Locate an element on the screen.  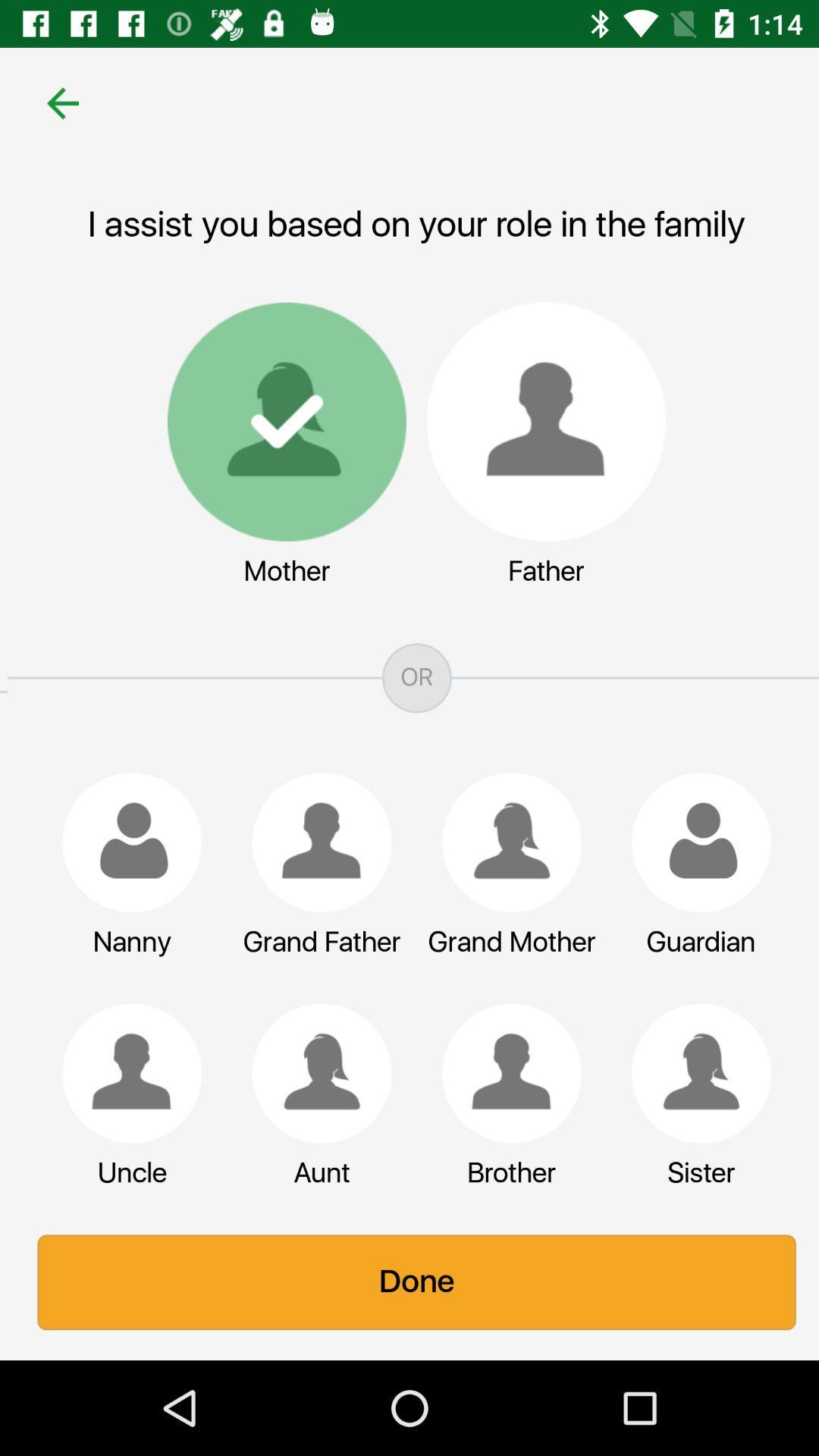
the brother icon is located at coordinates (504, 1072).